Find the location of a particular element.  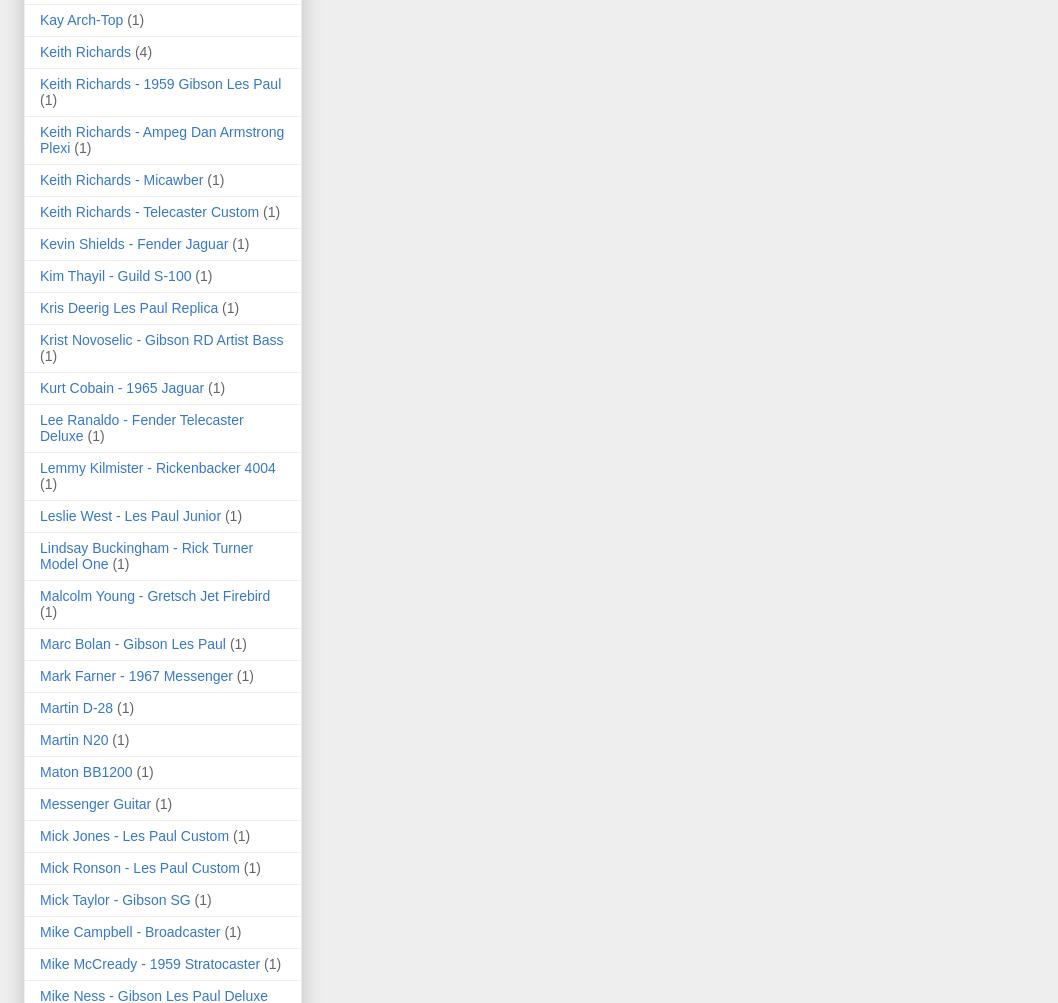

'Kurt Cobain - 1965 Jaguar' is located at coordinates (120, 385).